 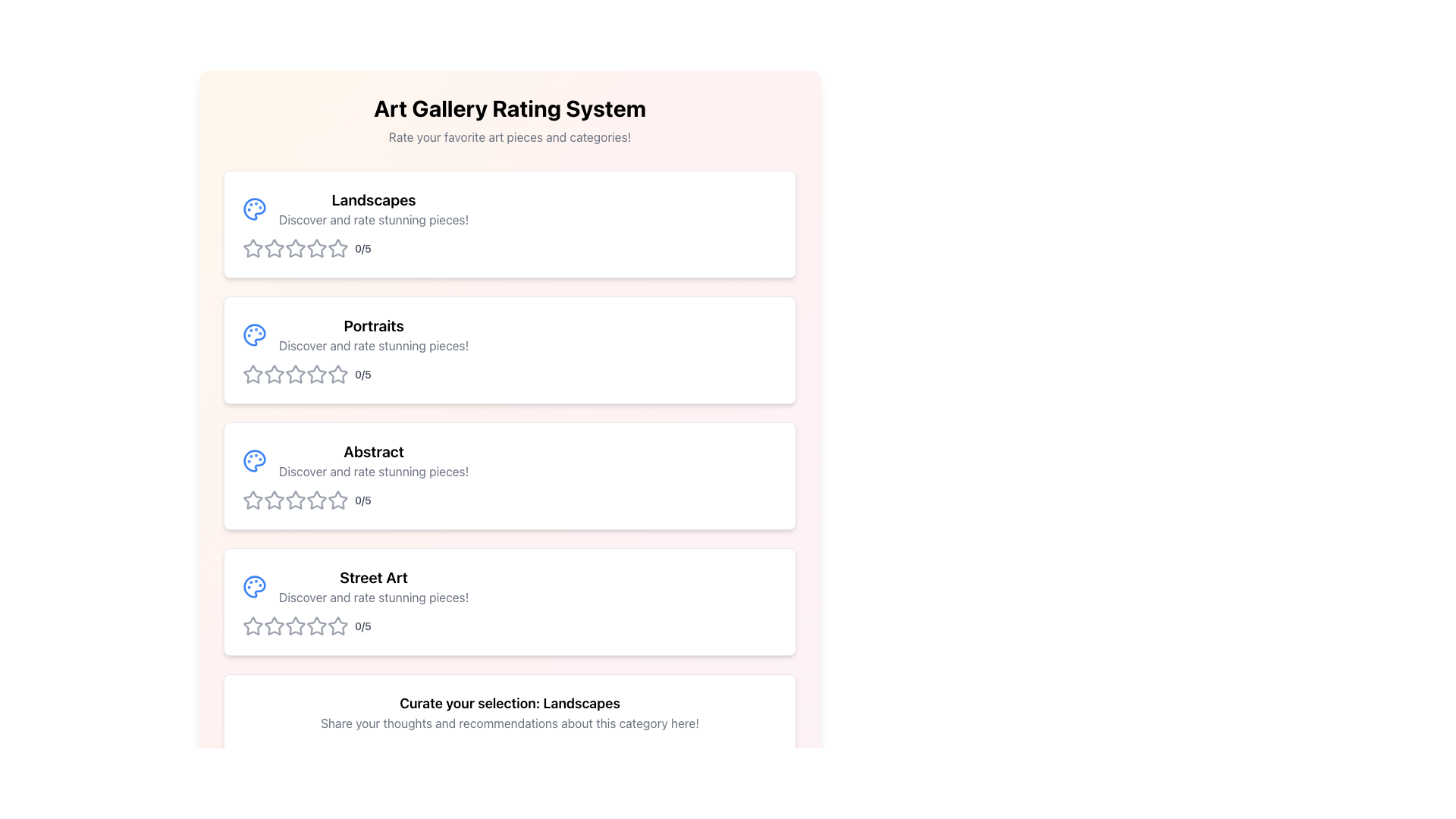 I want to click on the circular graphic icon resembling a painter's palette located in the second card titled 'Portraits', so click(x=255, y=334).